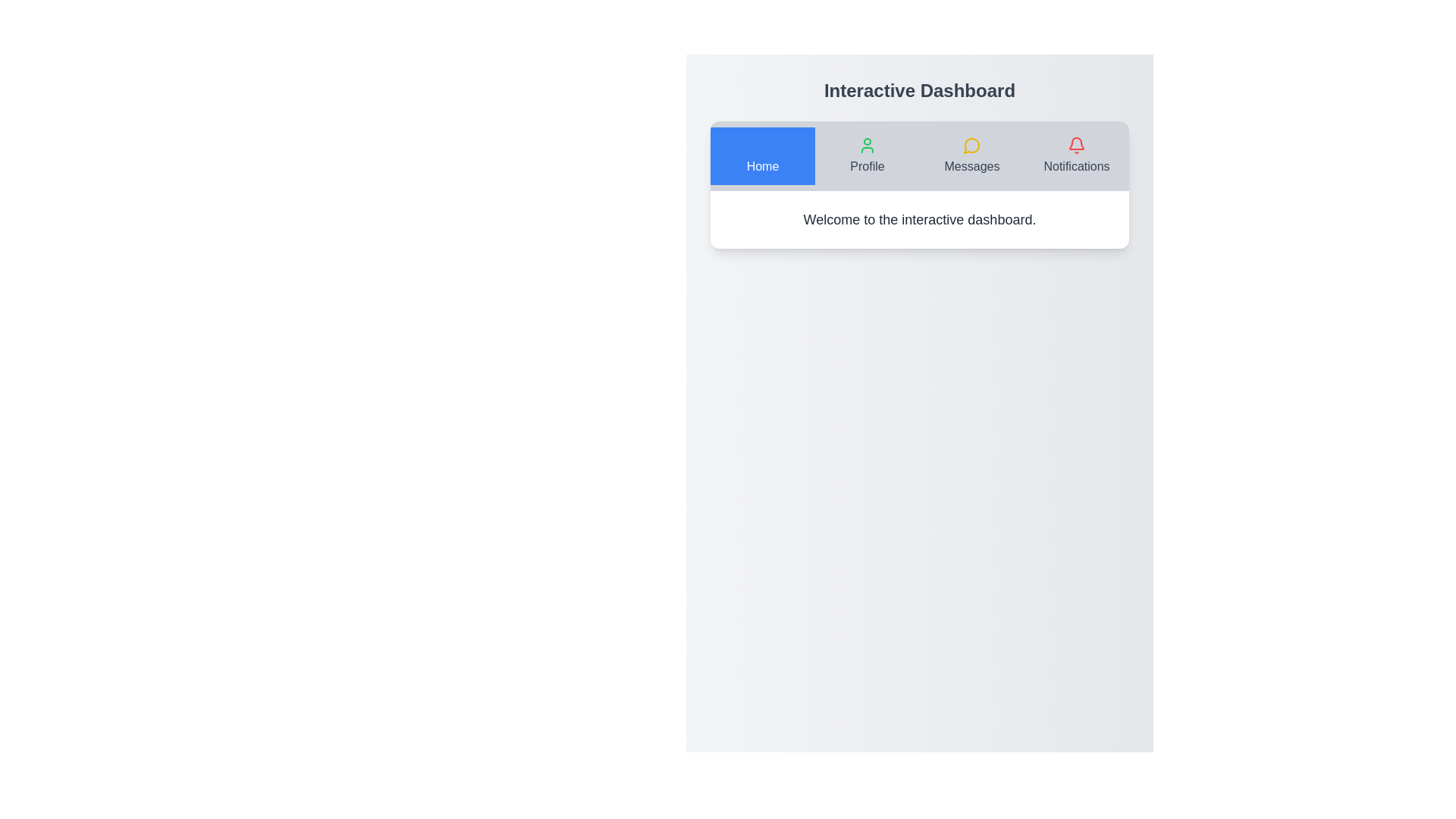 Image resolution: width=1456 pixels, height=819 pixels. What do you see at coordinates (1076, 166) in the screenshot?
I see `the 'Notifications' text label located at the far right of the navigation bar, directly underneath the bell icon` at bounding box center [1076, 166].